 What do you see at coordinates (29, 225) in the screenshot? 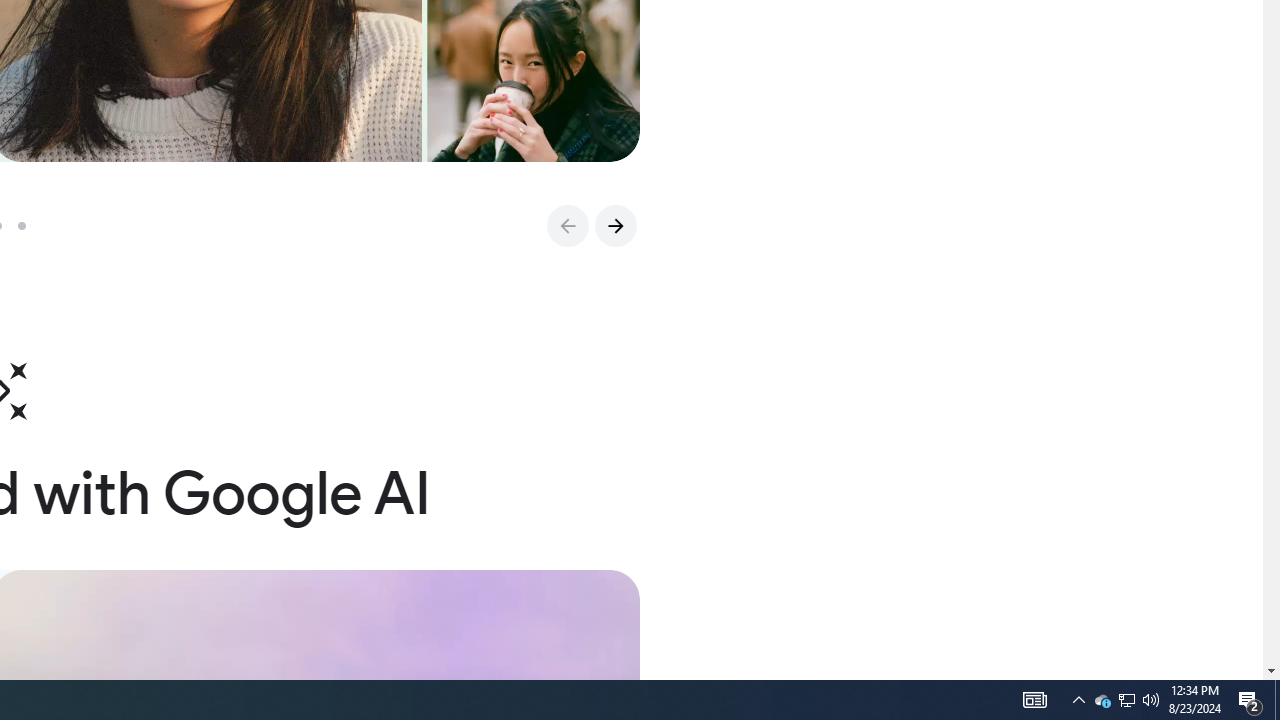
I see `'Go to slide 3'` at bounding box center [29, 225].